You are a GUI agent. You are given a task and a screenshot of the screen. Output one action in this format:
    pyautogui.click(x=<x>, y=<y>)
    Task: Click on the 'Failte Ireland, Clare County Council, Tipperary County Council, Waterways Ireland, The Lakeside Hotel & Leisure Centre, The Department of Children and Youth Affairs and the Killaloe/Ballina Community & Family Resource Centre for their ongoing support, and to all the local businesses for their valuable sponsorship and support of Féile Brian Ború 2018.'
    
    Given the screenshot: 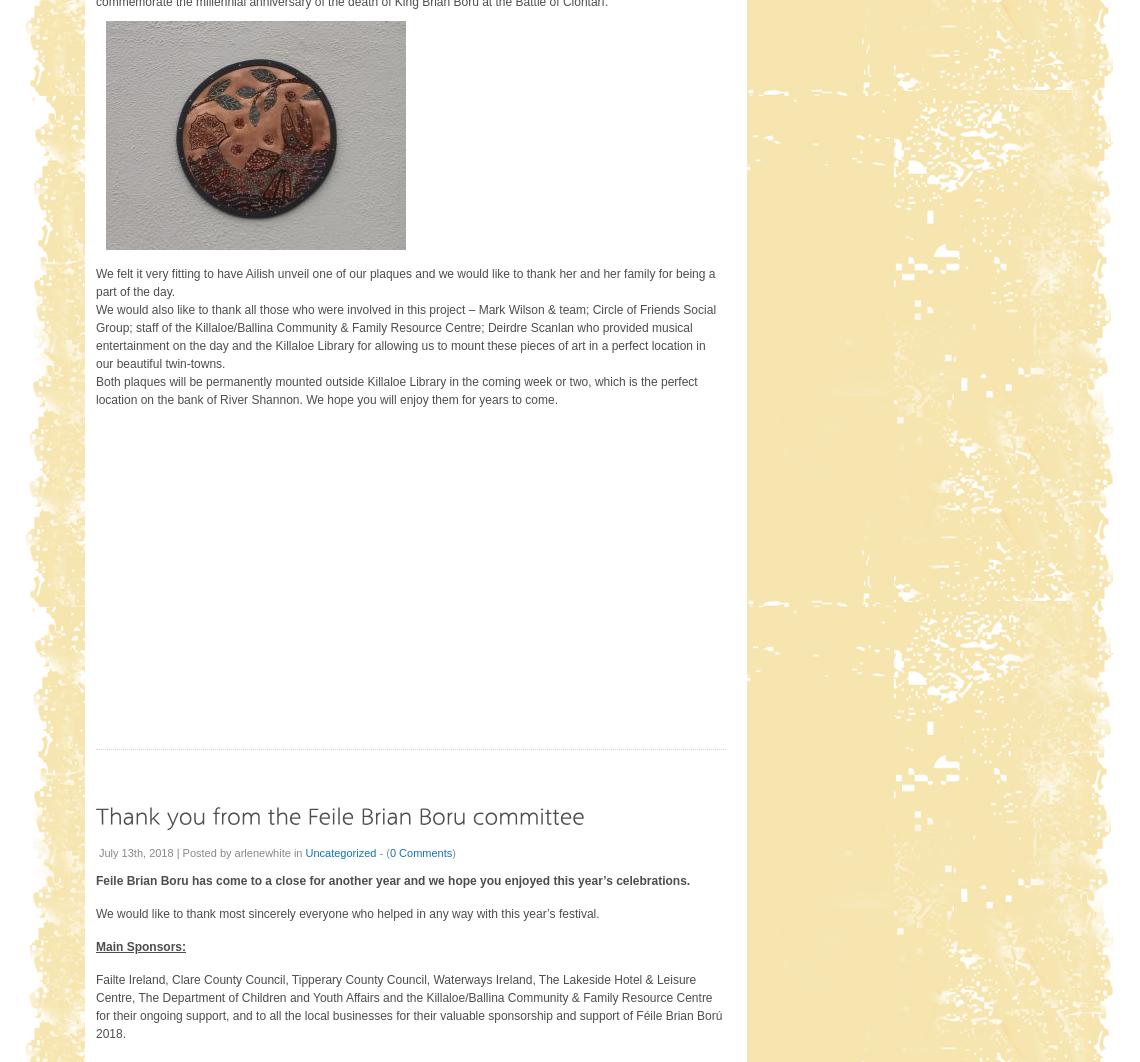 What is the action you would take?
    pyautogui.click(x=94, y=1005)
    